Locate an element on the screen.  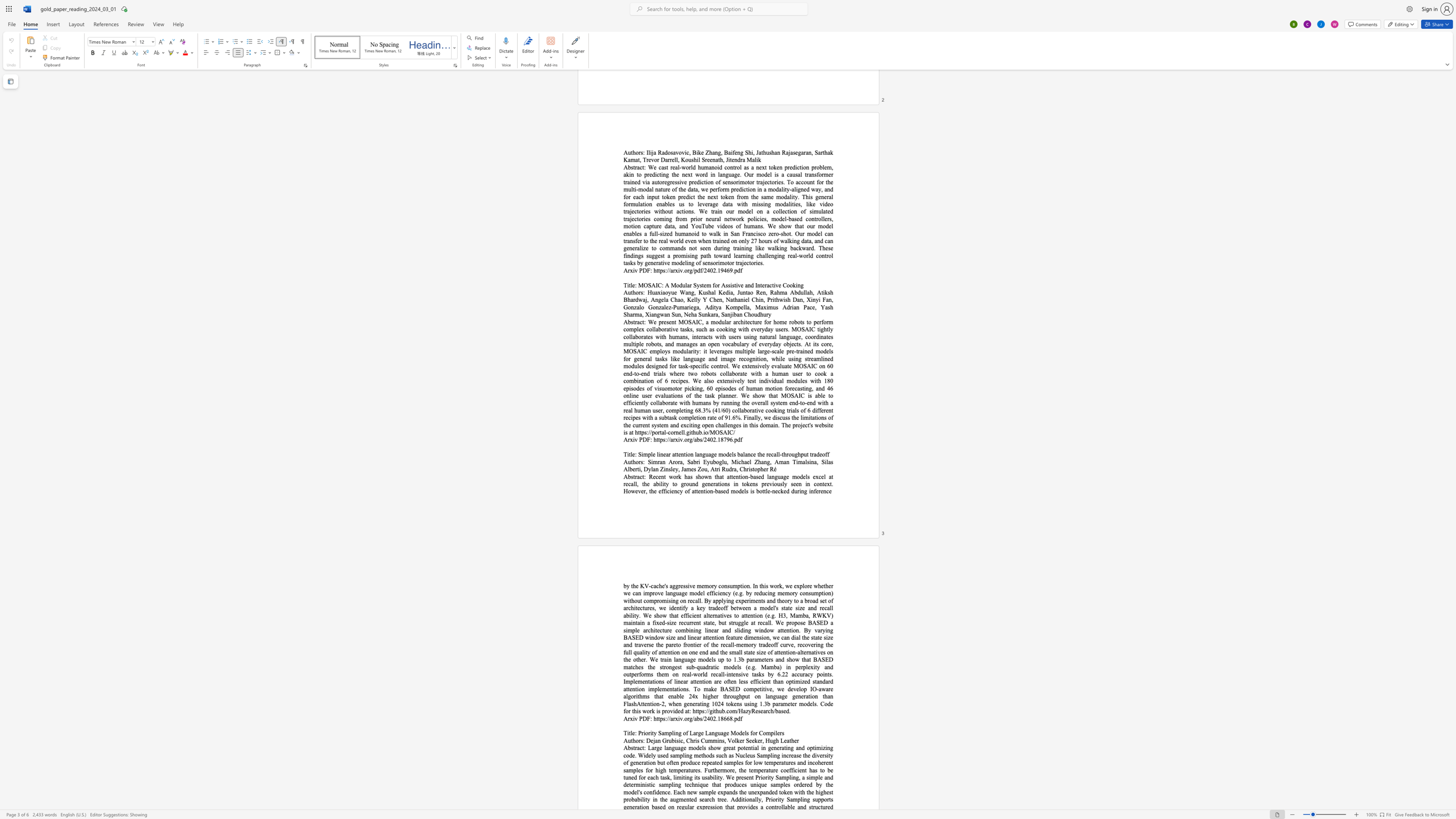
the 26th character "l" in the text is located at coordinates (741, 652).